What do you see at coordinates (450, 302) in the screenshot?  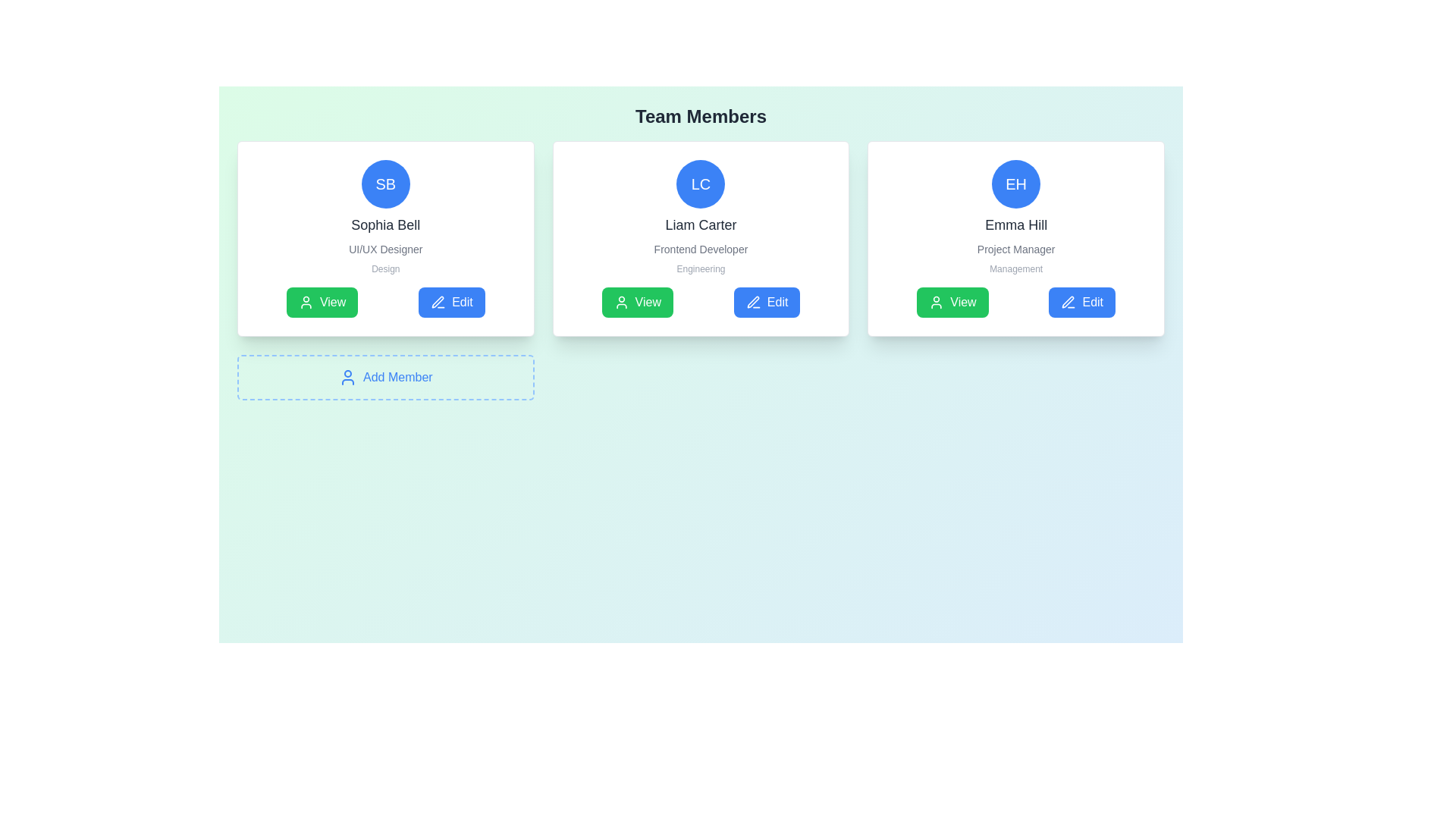 I see `the second button located at the bottom of the card for the team member 'Sophia Bell' to initiate editing of their details` at bounding box center [450, 302].